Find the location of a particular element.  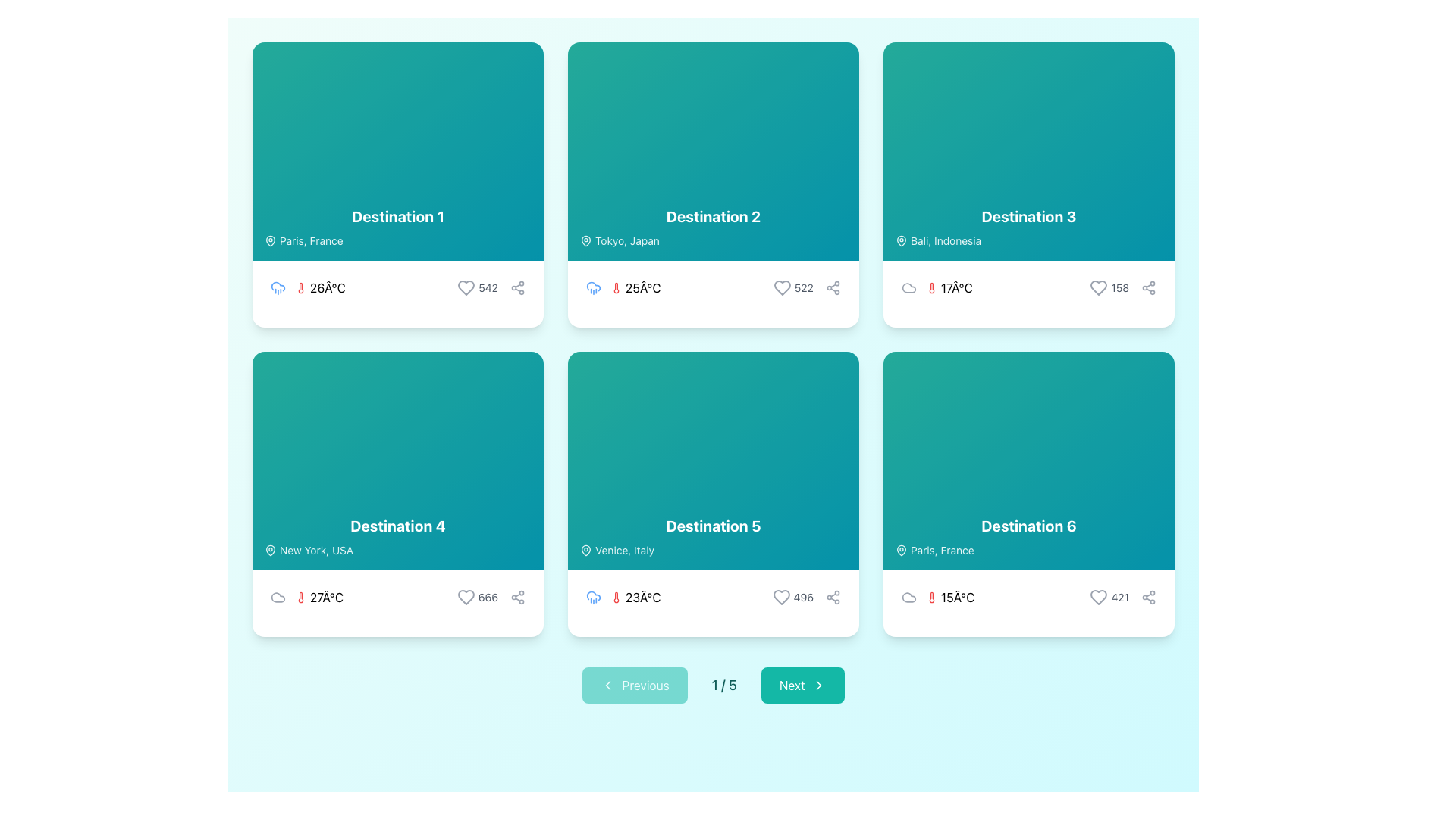

the thermometer icon located in the lower text section of the card labeled 'Destination 6', positioned on the right column of the second row in the grid layout is located at coordinates (930, 596).